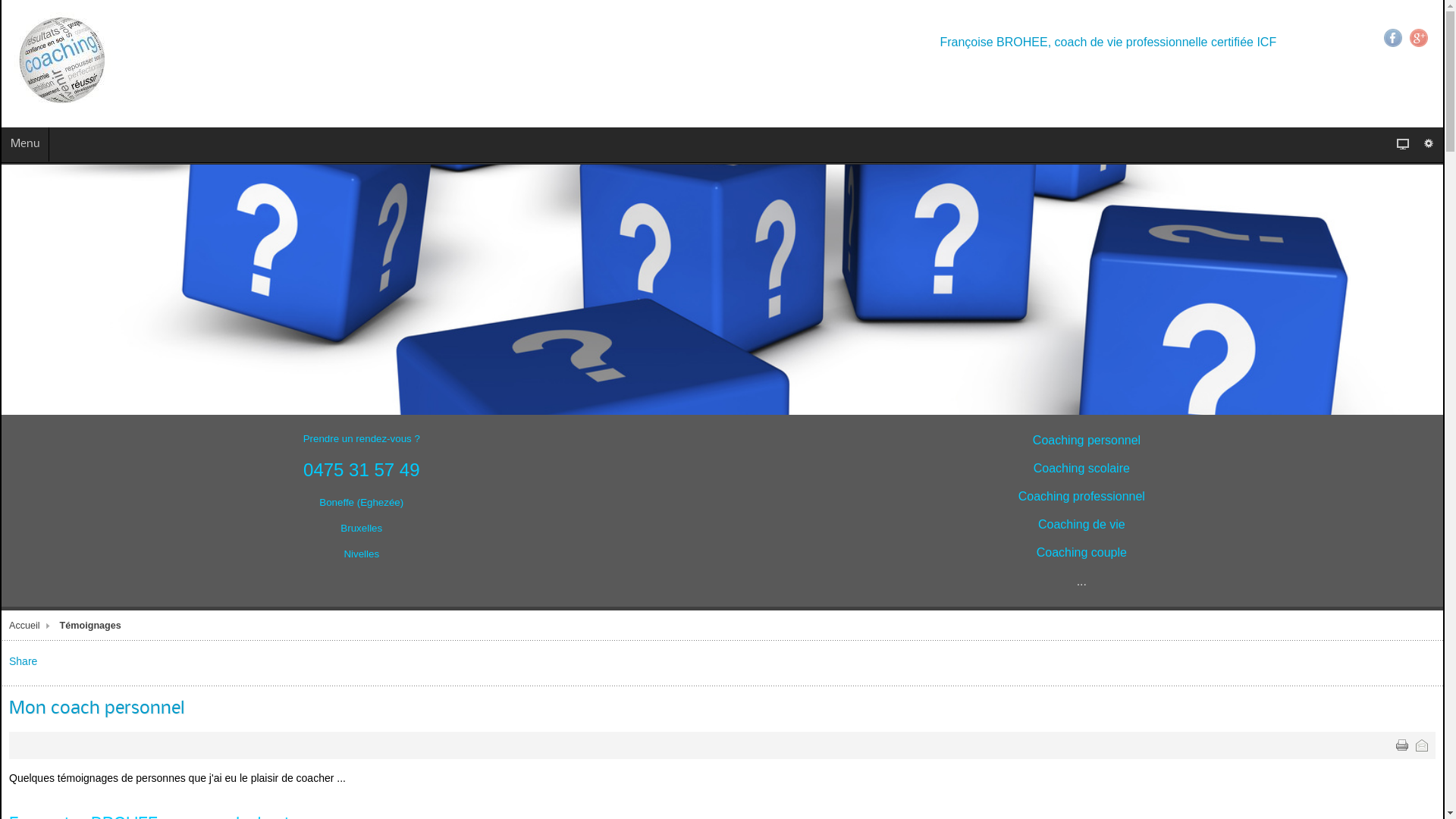  Describe the element at coordinates (31, 626) in the screenshot. I see `'Accueil'` at that location.